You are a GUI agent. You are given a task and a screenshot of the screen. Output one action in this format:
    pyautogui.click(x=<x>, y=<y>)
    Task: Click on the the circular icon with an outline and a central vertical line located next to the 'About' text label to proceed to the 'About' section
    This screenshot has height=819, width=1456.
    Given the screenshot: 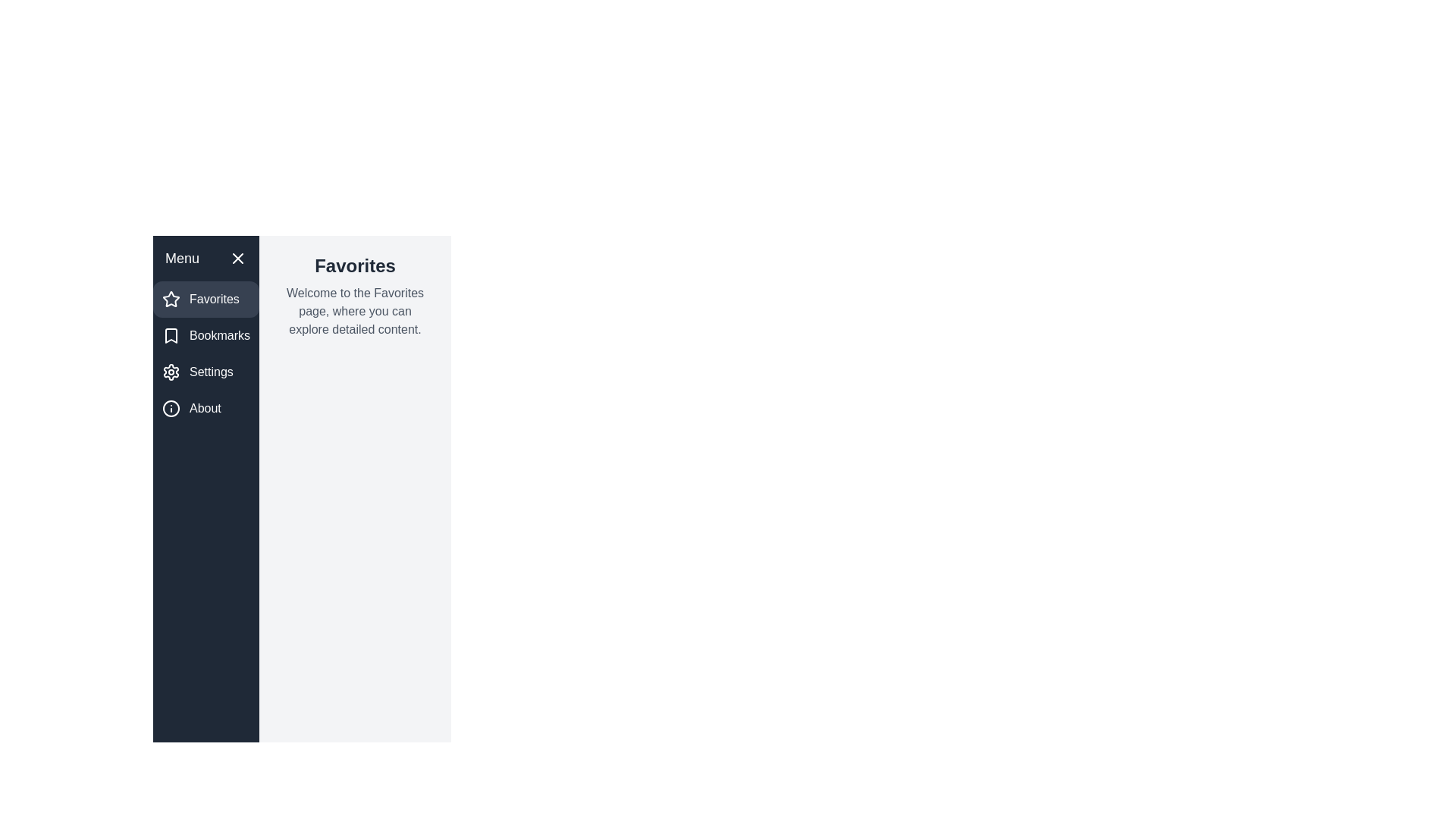 What is the action you would take?
    pyautogui.click(x=171, y=408)
    